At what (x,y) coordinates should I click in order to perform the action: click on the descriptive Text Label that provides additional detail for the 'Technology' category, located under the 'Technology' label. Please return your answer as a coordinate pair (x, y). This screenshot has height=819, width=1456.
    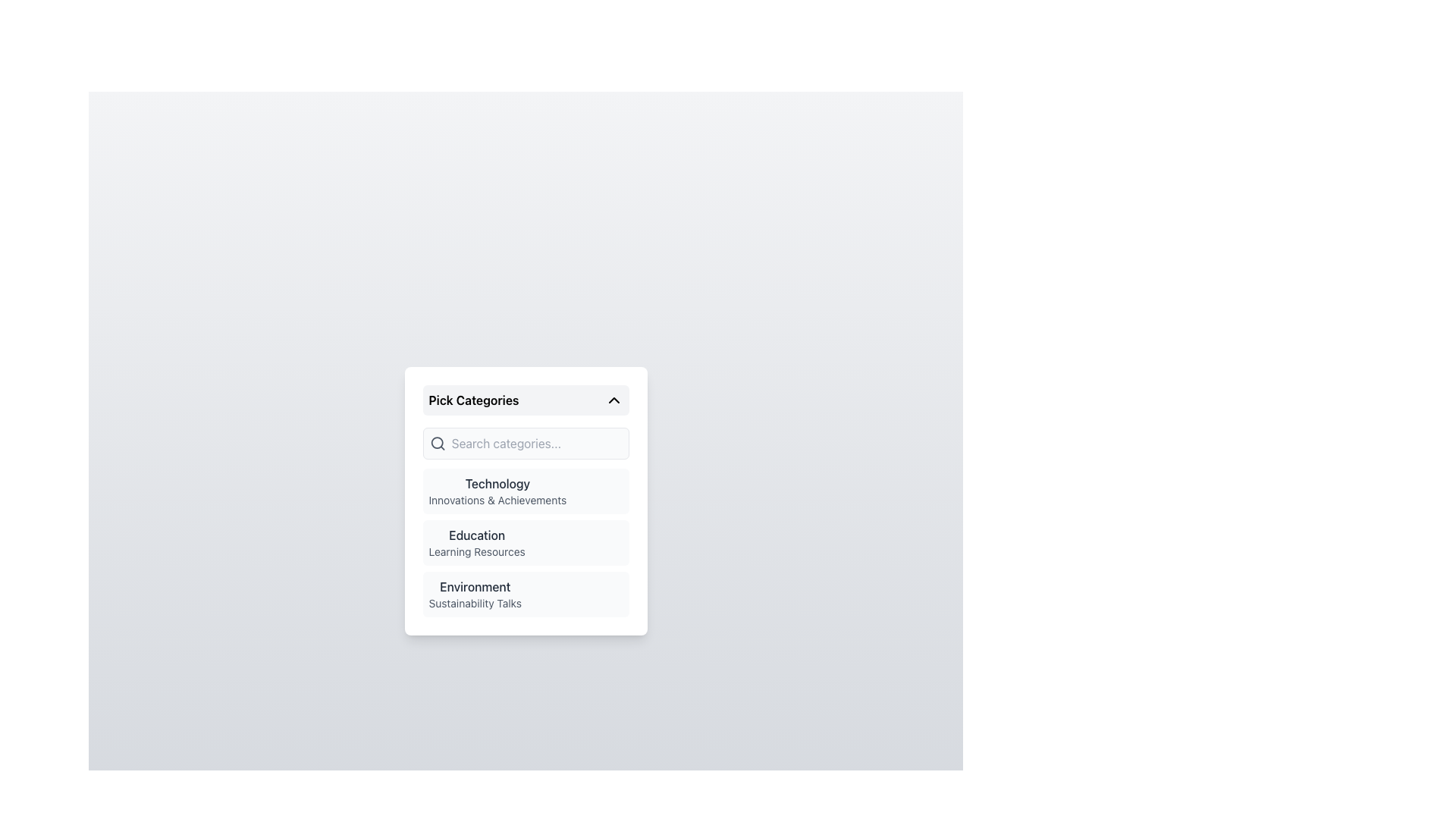
    Looking at the image, I should click on (497, 500).